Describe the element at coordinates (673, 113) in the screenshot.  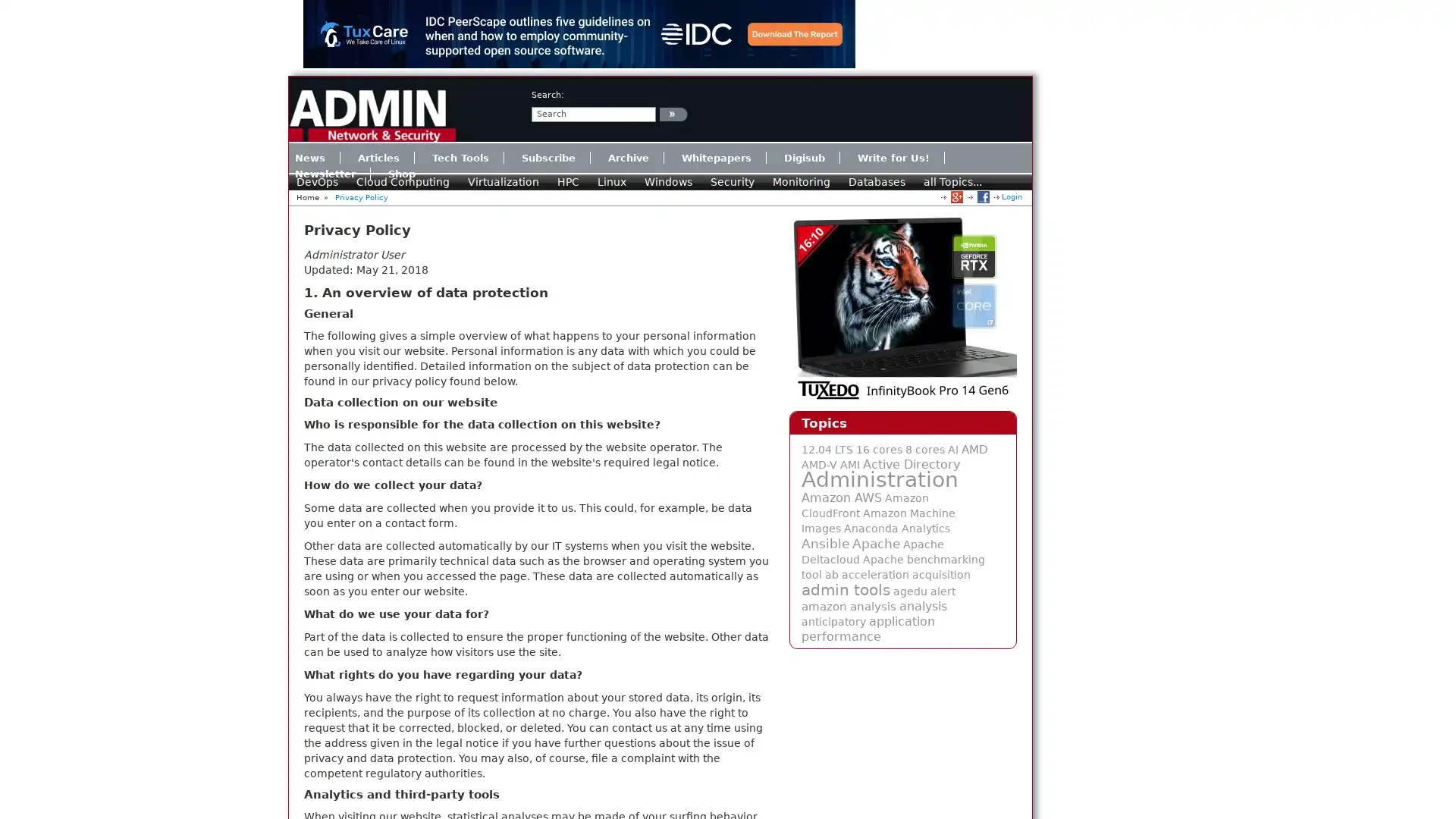
I see `search:` at that location.